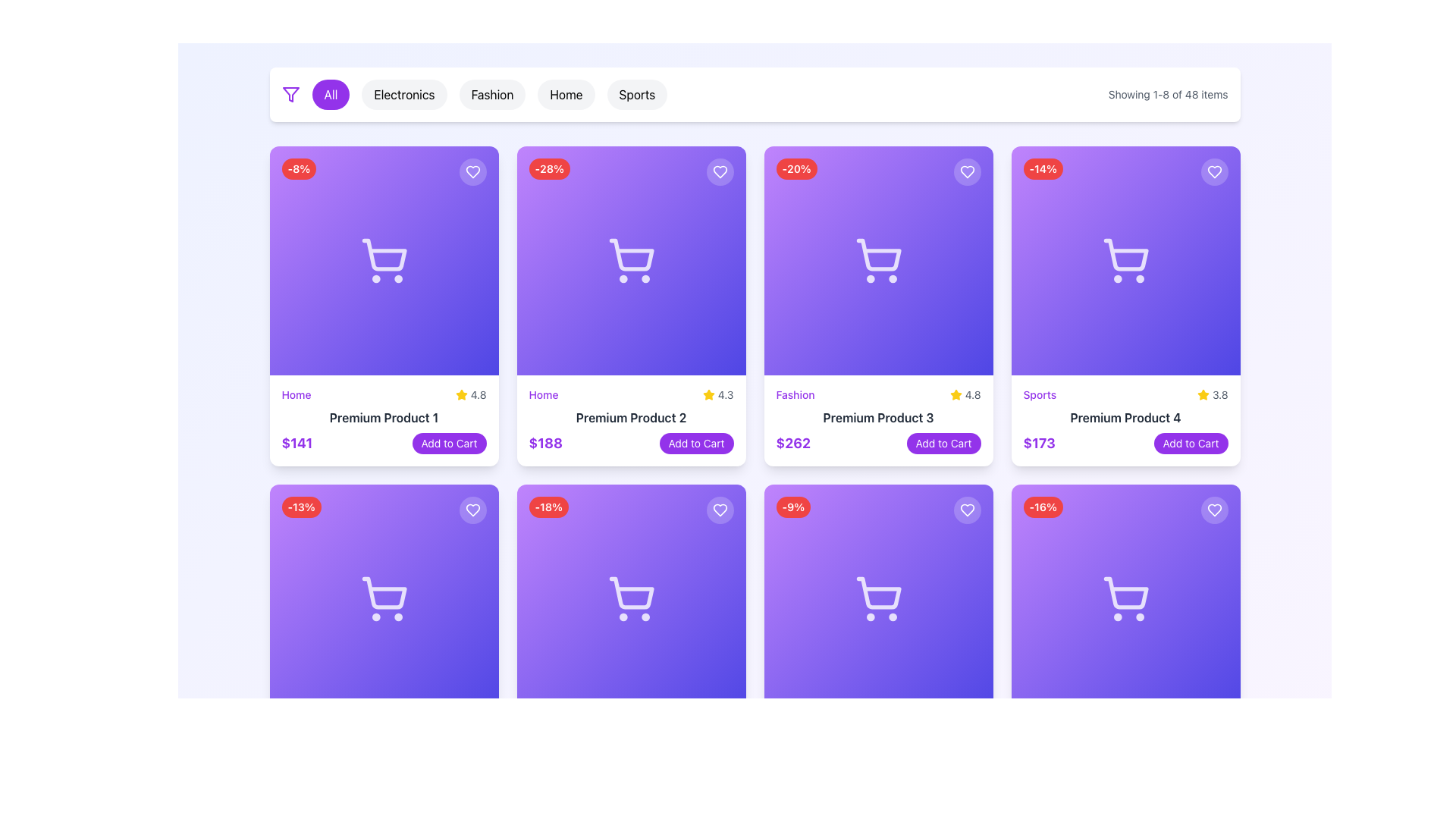 The height and width of the screenshot is (819, 1456). I want to click on the yellow star-shaped icon indicating a rating or favorite feature, located in the second card of the top row in the grid layout, so click(460, 394).